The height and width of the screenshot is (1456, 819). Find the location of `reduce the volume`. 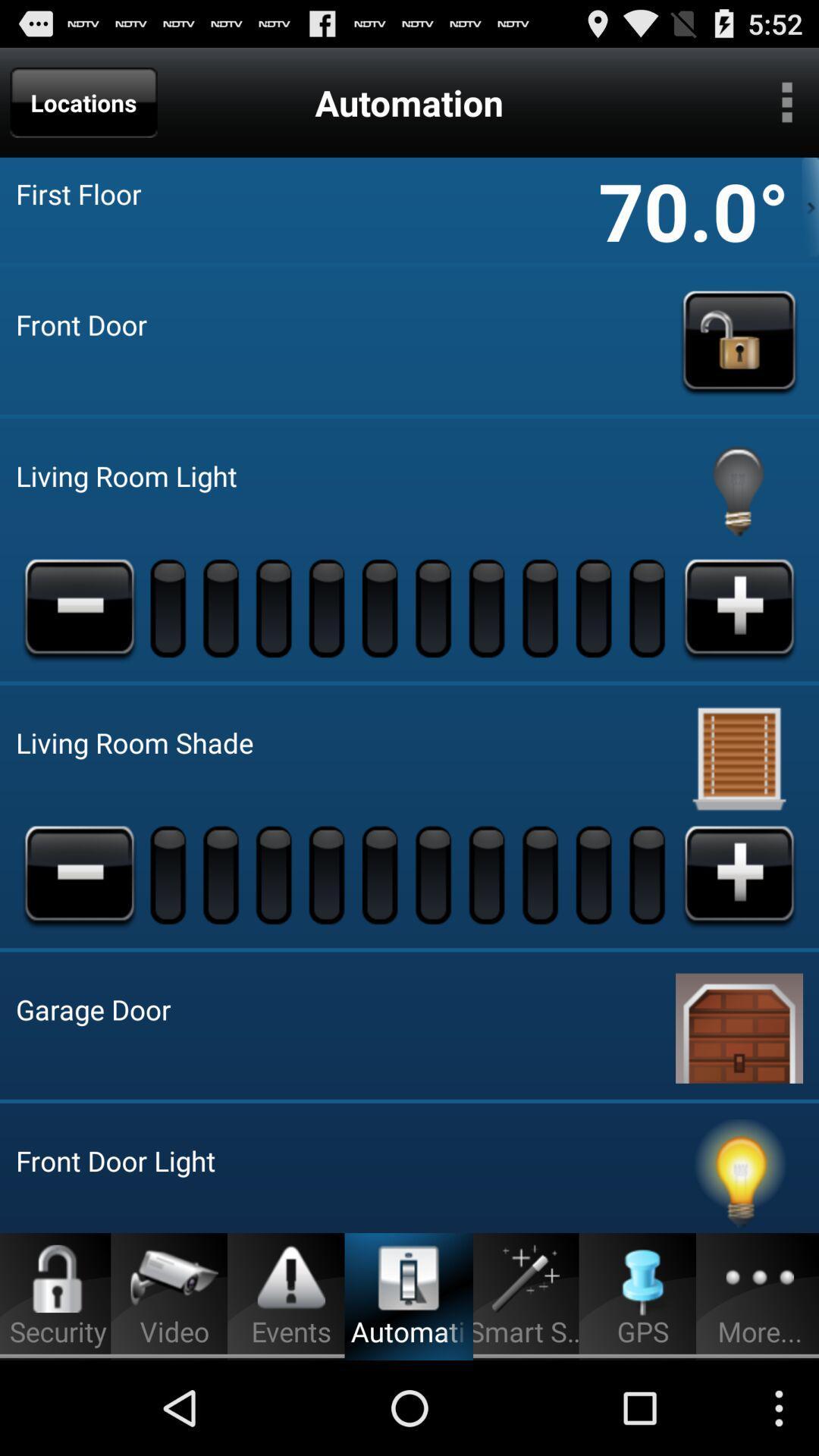

reduce the volume is located at coordinates (79, 874).